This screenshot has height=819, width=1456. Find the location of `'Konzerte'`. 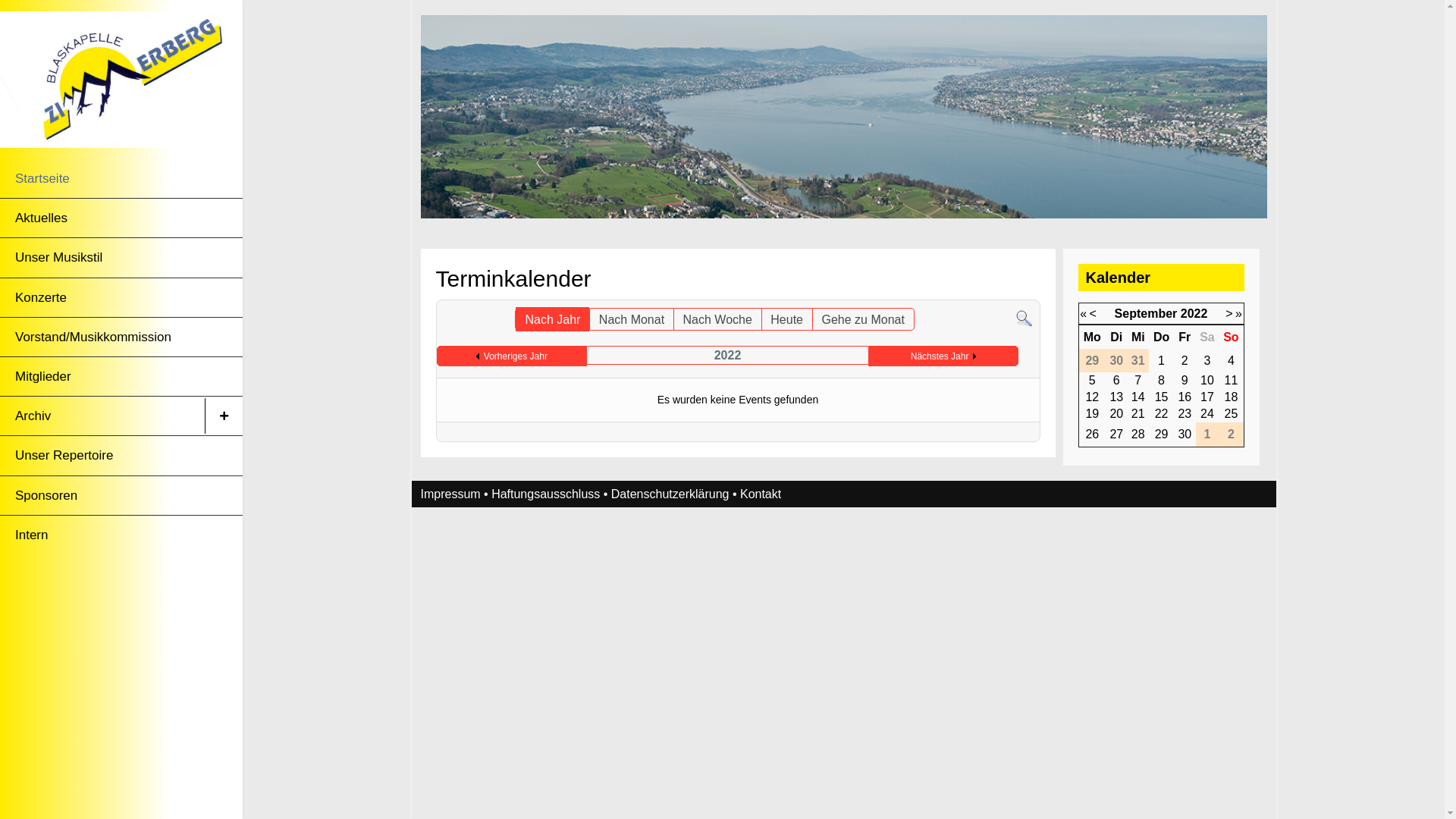

'Konzerte' is located at coordinates (101, 297).